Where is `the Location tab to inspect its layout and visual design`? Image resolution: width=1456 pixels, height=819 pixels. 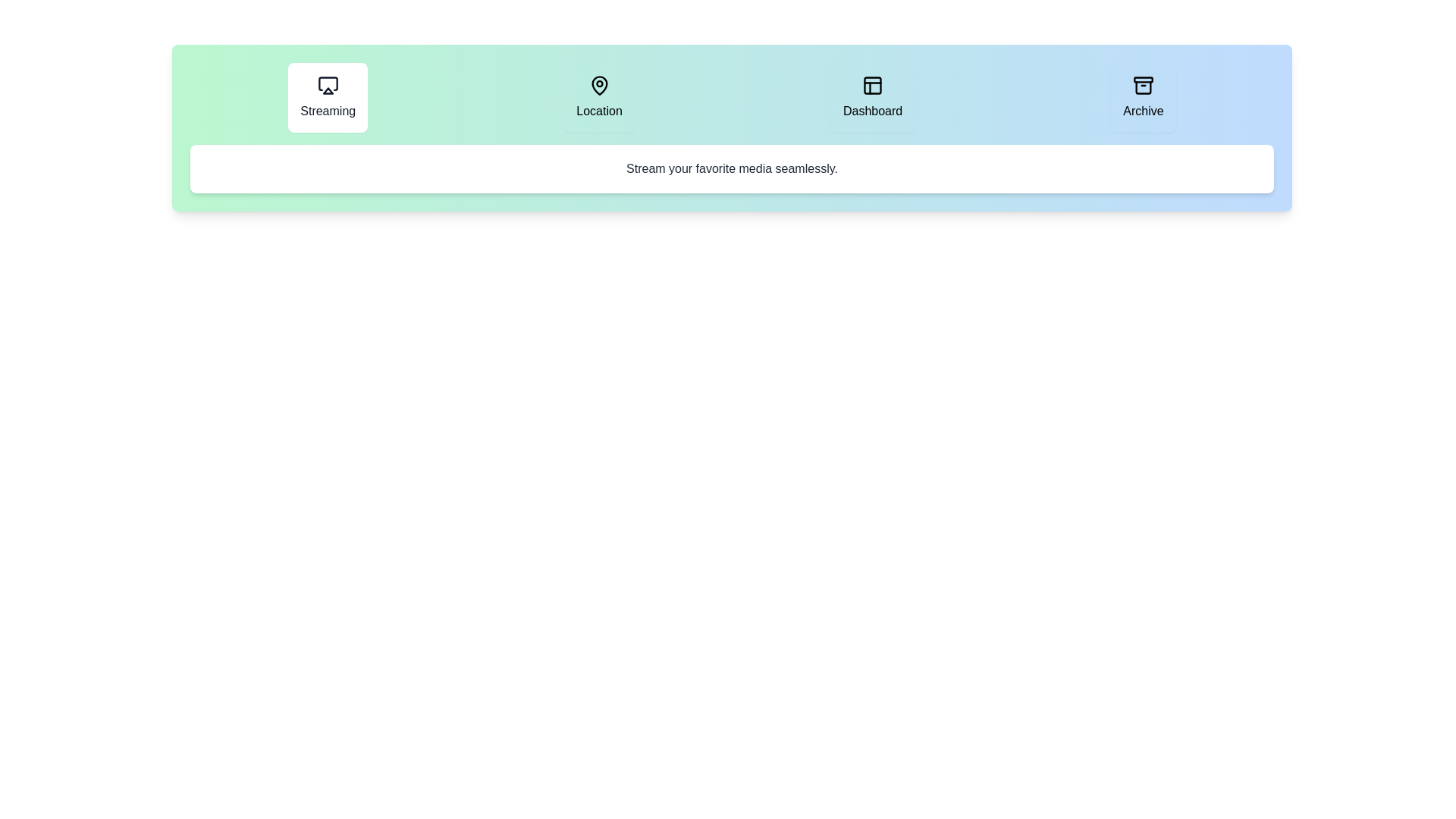 the Location tab to inspect its layout and visual design is located at coordinates (598, 97).